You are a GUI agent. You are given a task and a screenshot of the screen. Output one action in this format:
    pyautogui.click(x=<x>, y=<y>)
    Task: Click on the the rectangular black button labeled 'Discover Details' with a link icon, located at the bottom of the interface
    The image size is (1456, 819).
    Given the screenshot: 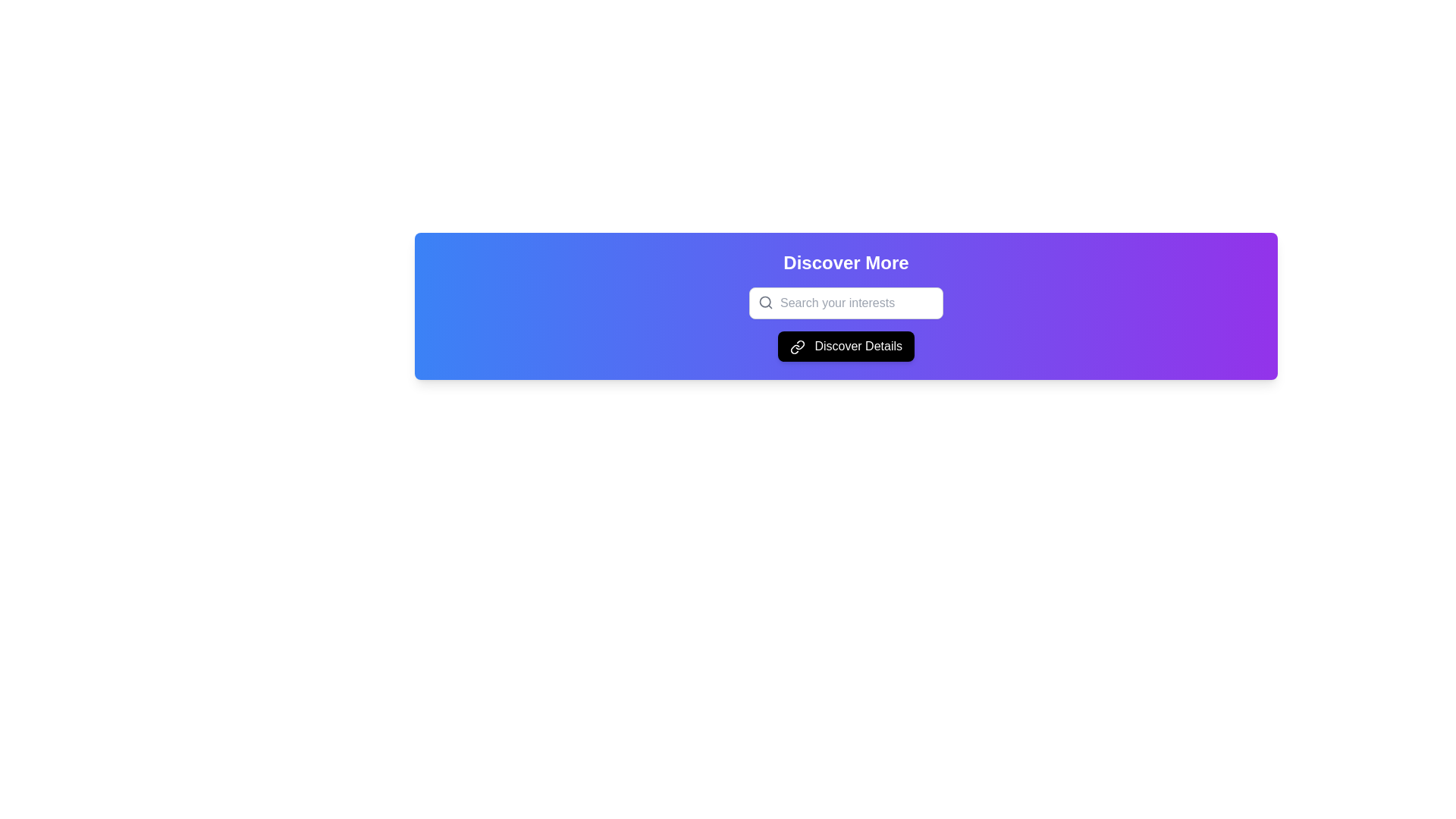 What is the action you would take?
    pyautogui.click(x=846, y=346)
    